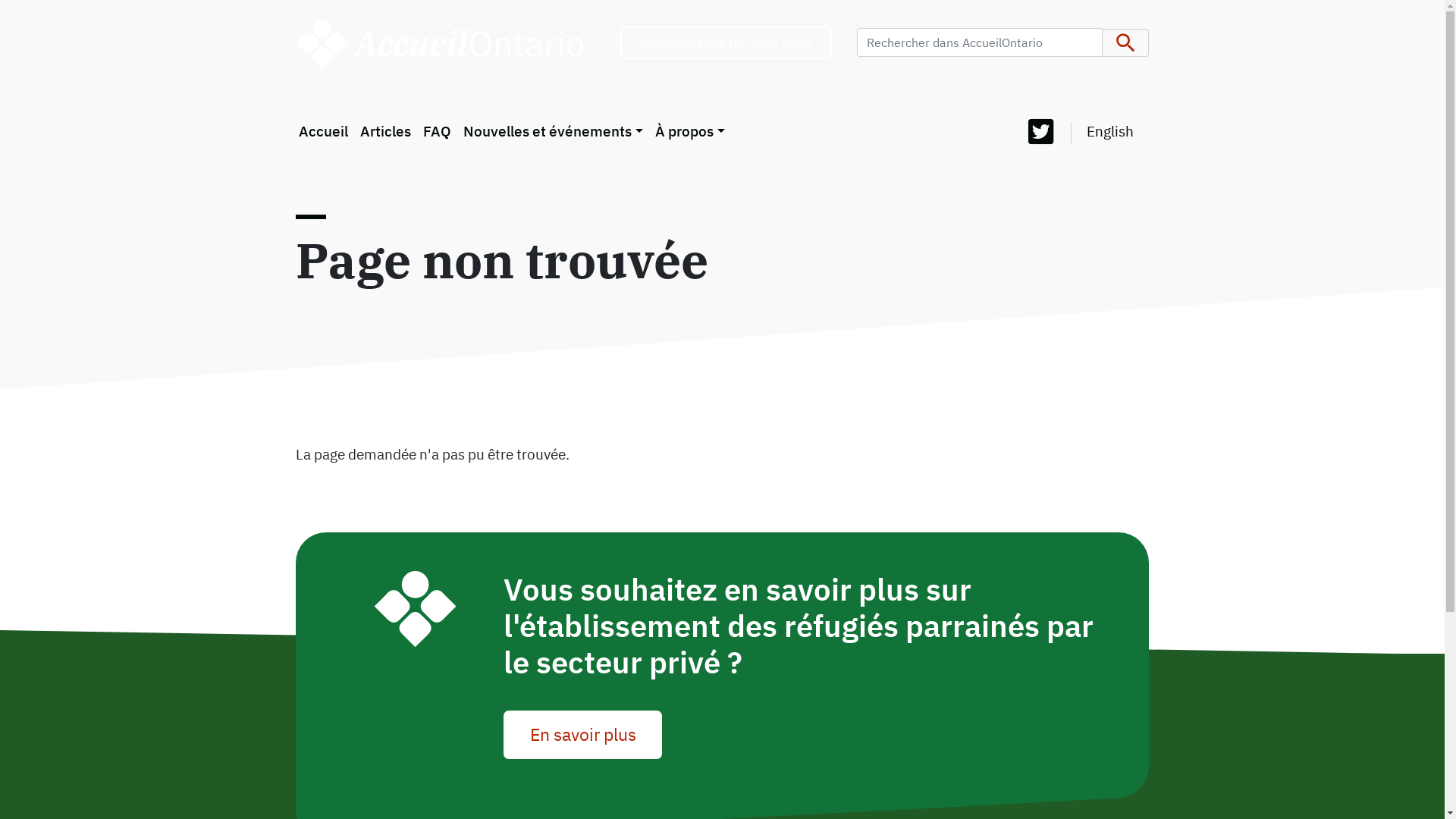  What do you see at coordinates (1028, 132) in the screenshot?
I see `'Twitter'` at bounding box center [1028, 132].